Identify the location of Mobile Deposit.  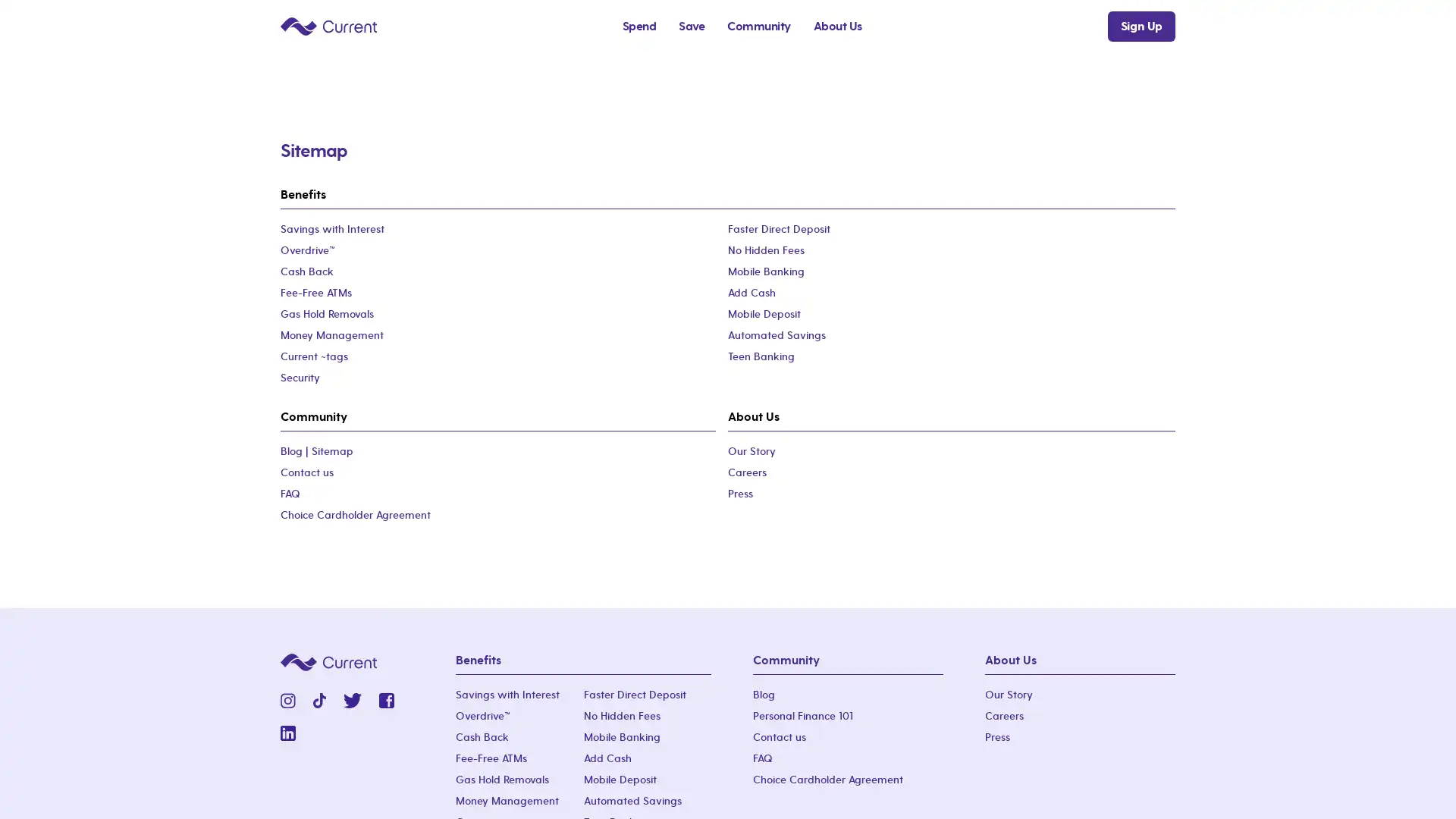
(619, 780).